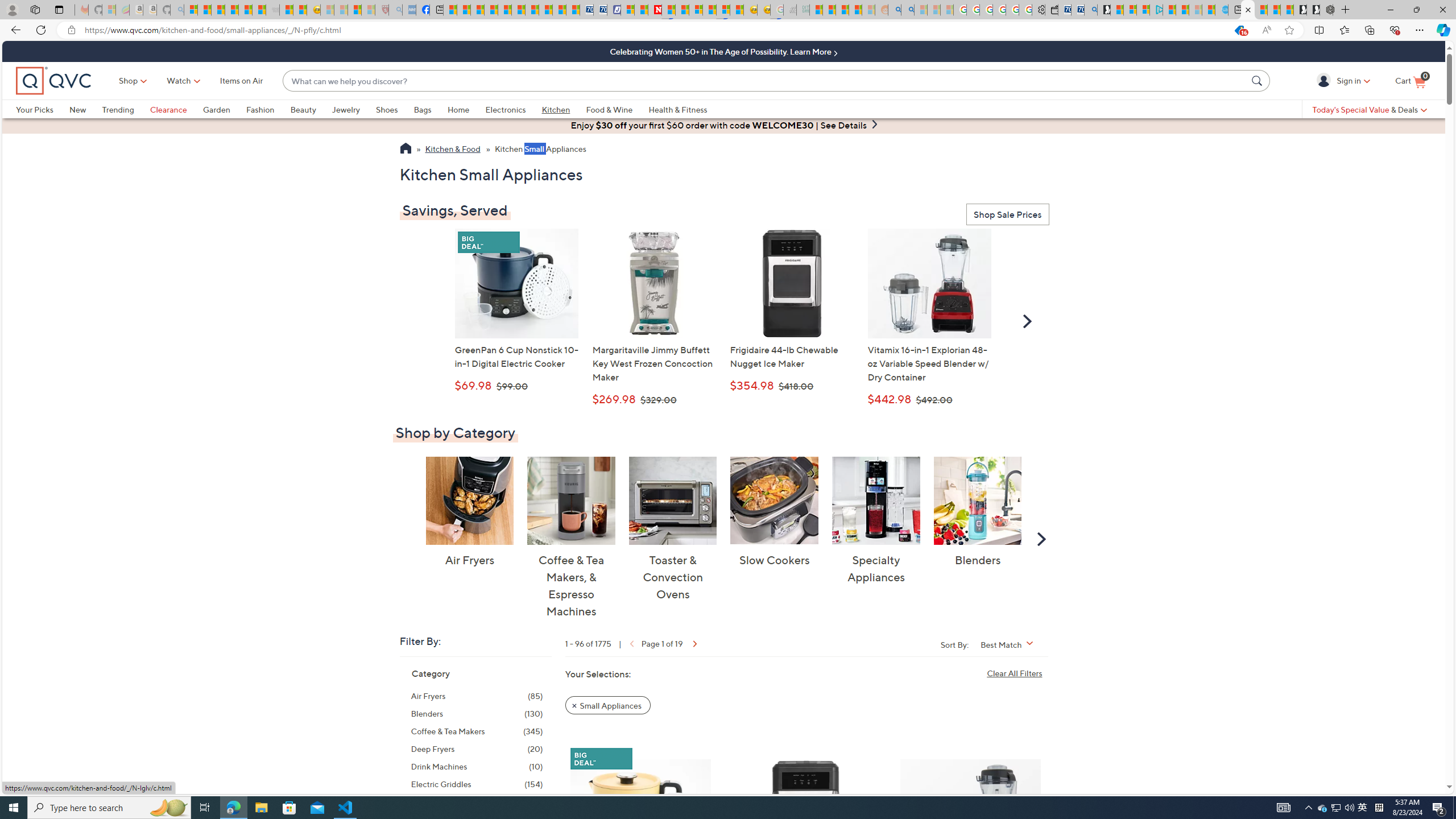 Image resolution: width=1456 pixels, height=819 pixels. What do you see at coordinates (260, 109) in the screenshot?
I see `'Fashion'` at bounding box center [260, 109].